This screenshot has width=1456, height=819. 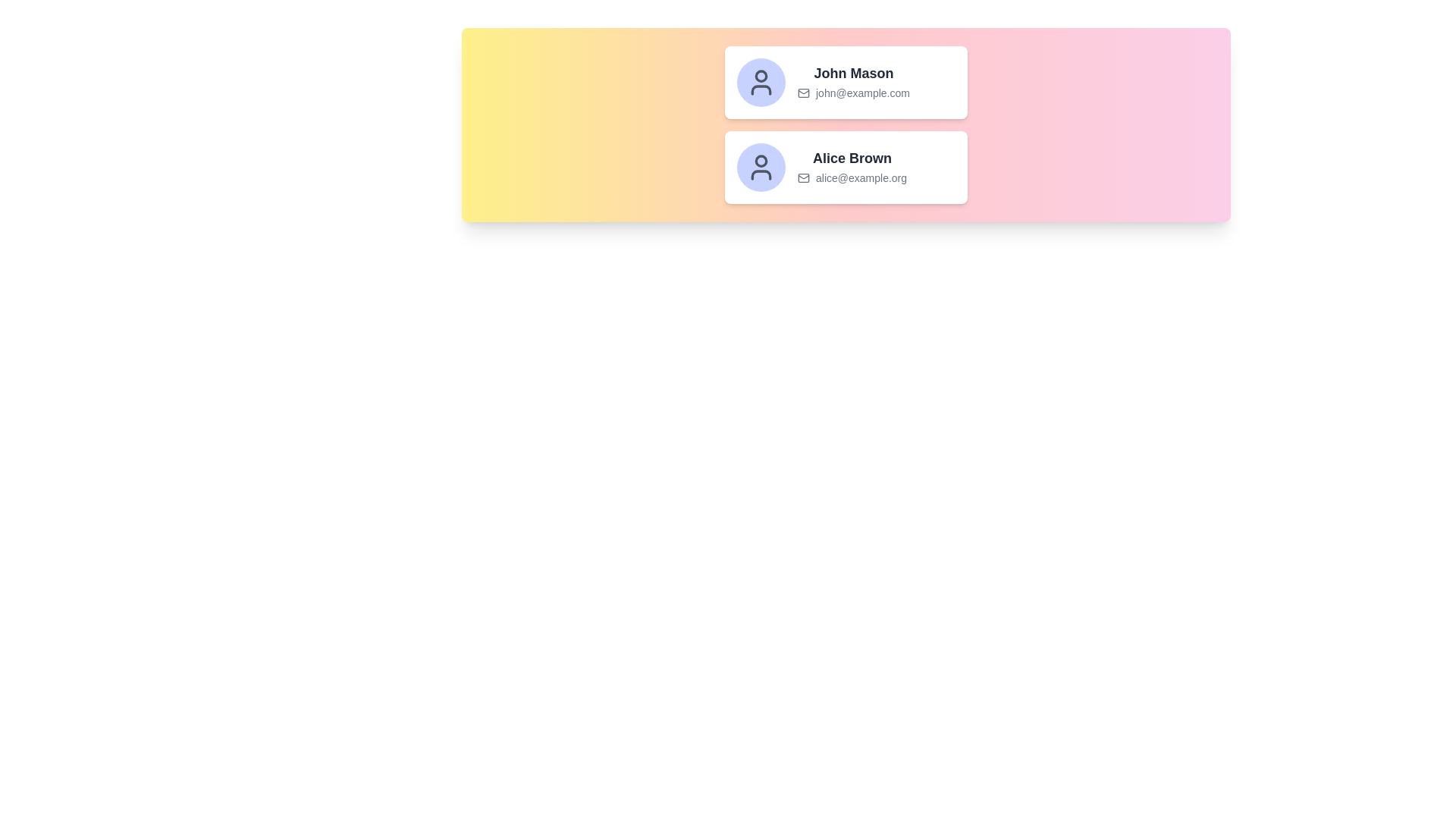 What do you see at coordinates (761, 90) in the screenshot?
I see `the lower part of the SVG user profile icon, which visually represents a human figure and is located below the circular head element` at bounding box center [761, 90].